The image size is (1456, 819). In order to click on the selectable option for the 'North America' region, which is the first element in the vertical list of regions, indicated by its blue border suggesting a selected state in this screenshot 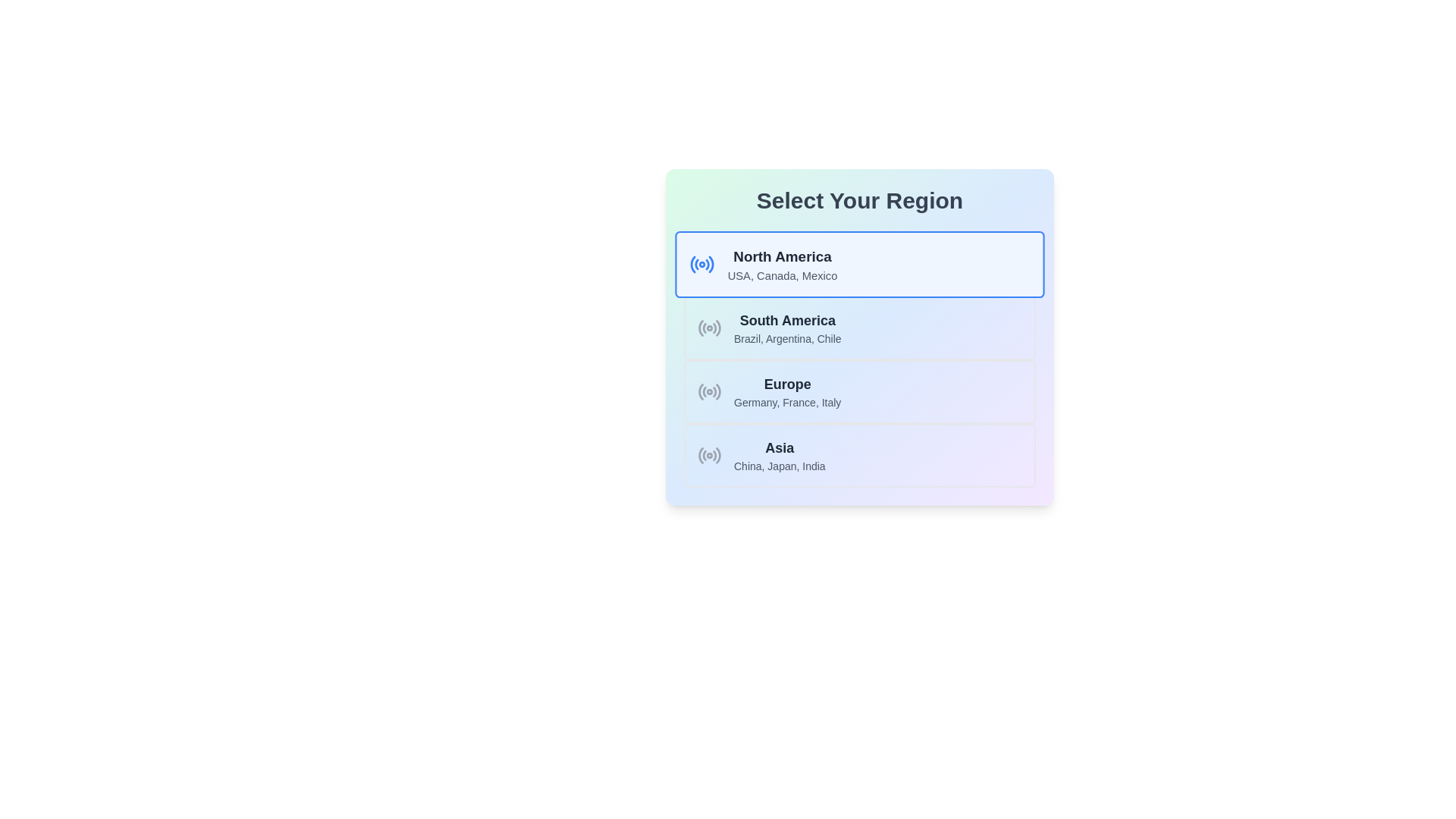, I will do `click(783, 263)`.